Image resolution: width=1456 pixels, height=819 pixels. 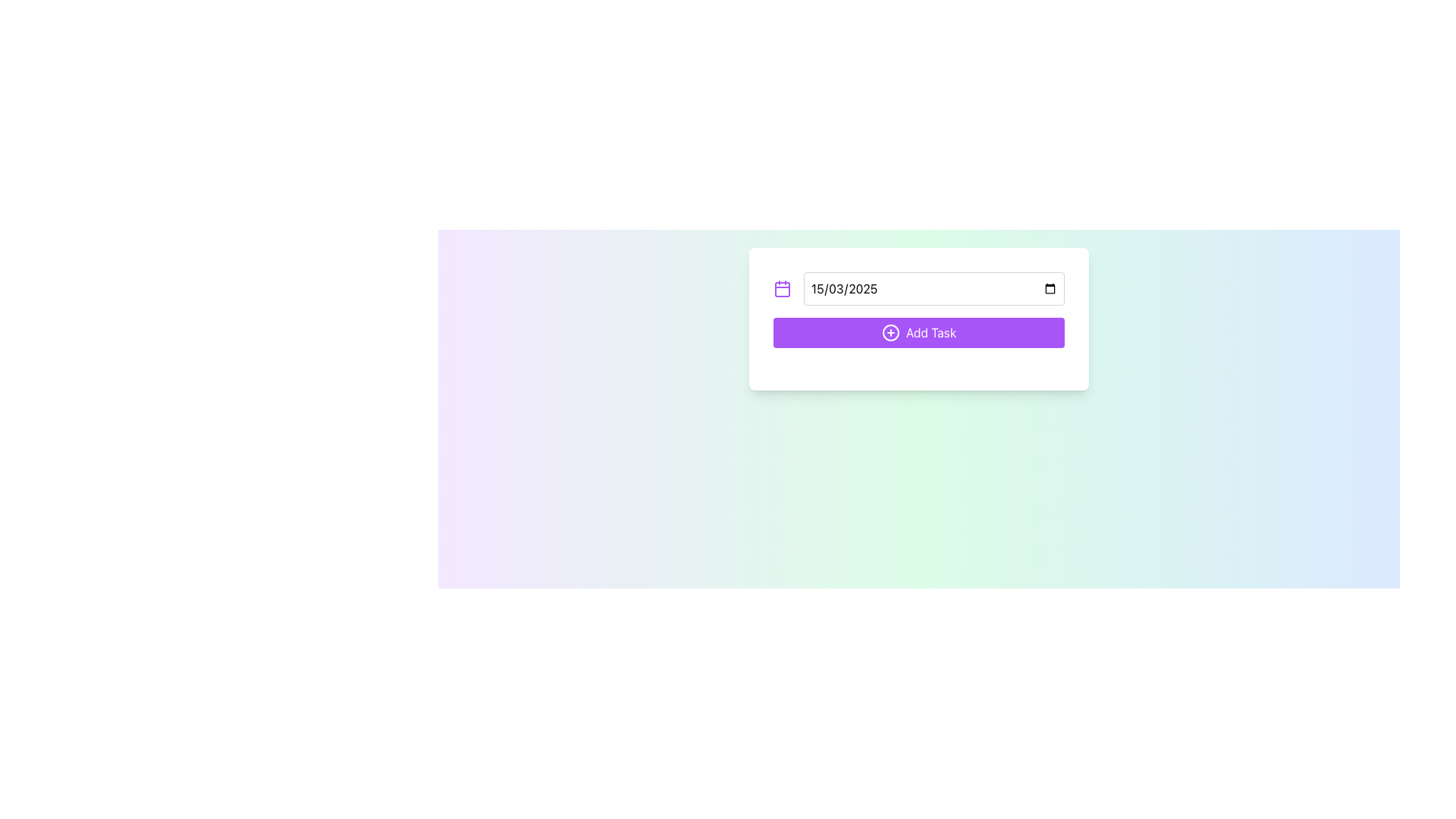 What do you see at coordinates (918, 318) in the screenshot?
I see `the interactive button located below the date selection input field to initiate the 'Add Task' action` at bounding box center [918, 318].